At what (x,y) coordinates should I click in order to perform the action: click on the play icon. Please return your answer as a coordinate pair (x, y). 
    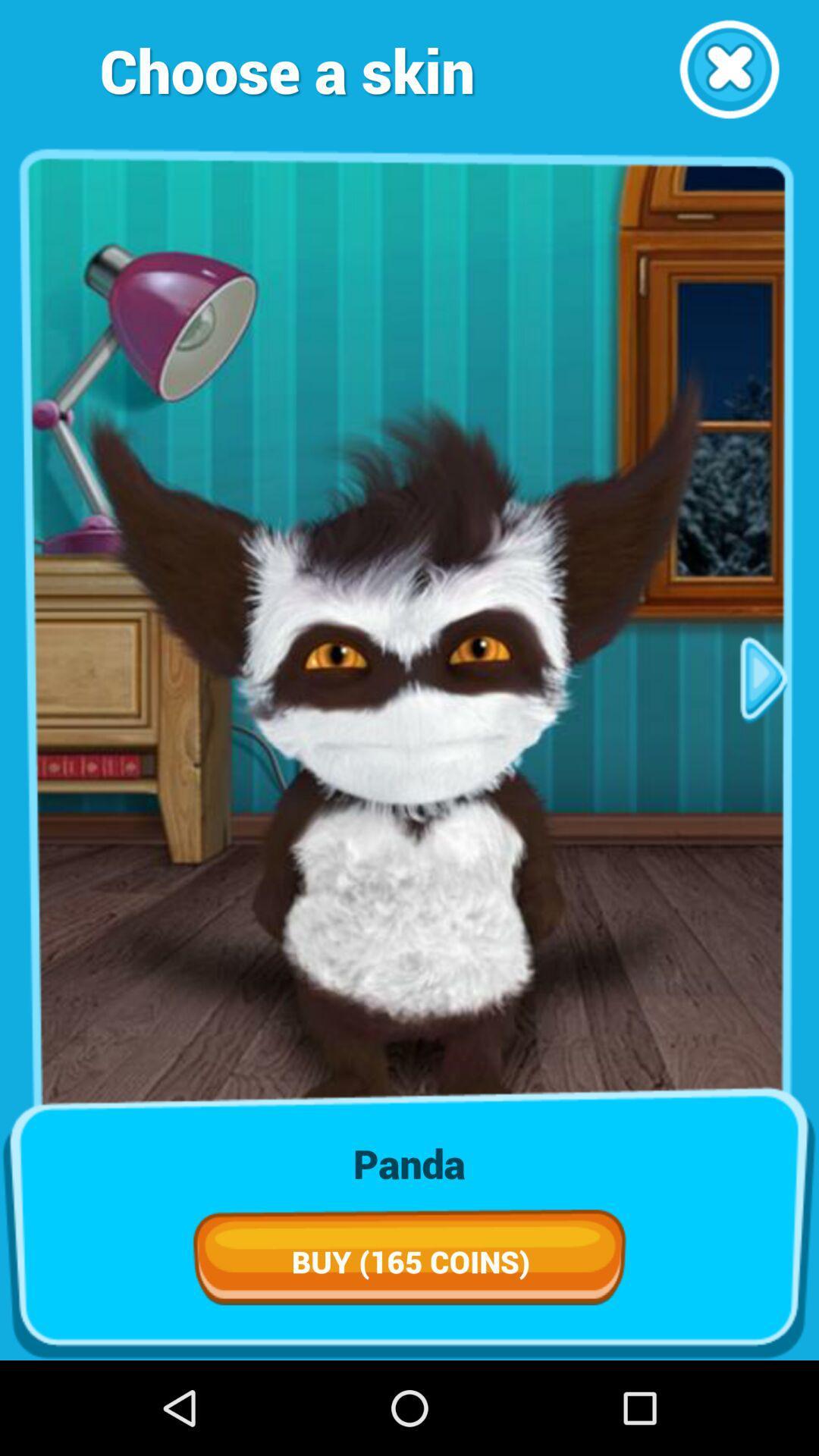
    Looking at the image, I should click on (764, 726).